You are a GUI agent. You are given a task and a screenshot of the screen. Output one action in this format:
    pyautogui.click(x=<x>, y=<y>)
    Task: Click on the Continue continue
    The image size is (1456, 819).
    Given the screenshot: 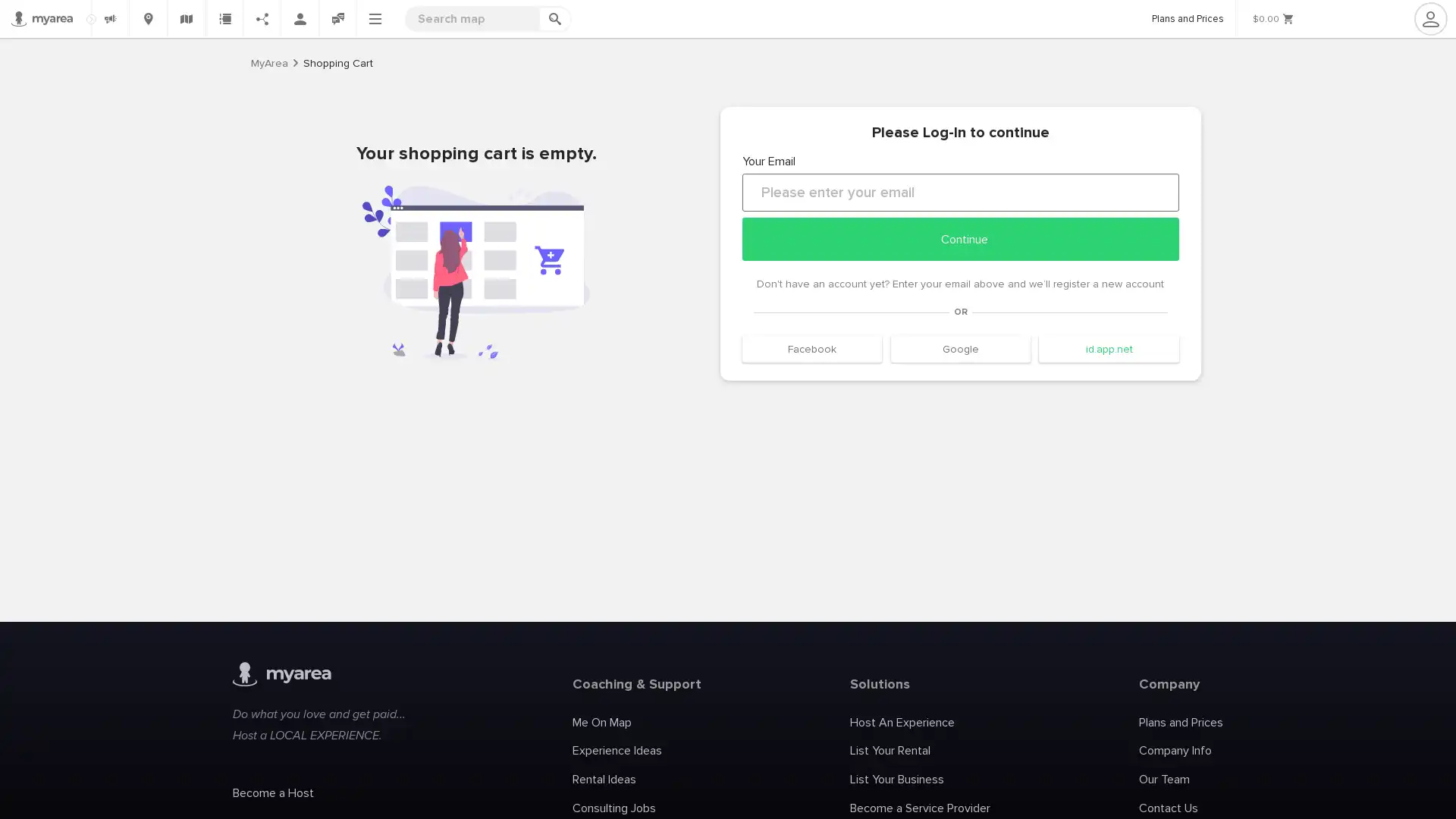 What is the action you would take?
    pyautogui.click(x=959, y=239)
    